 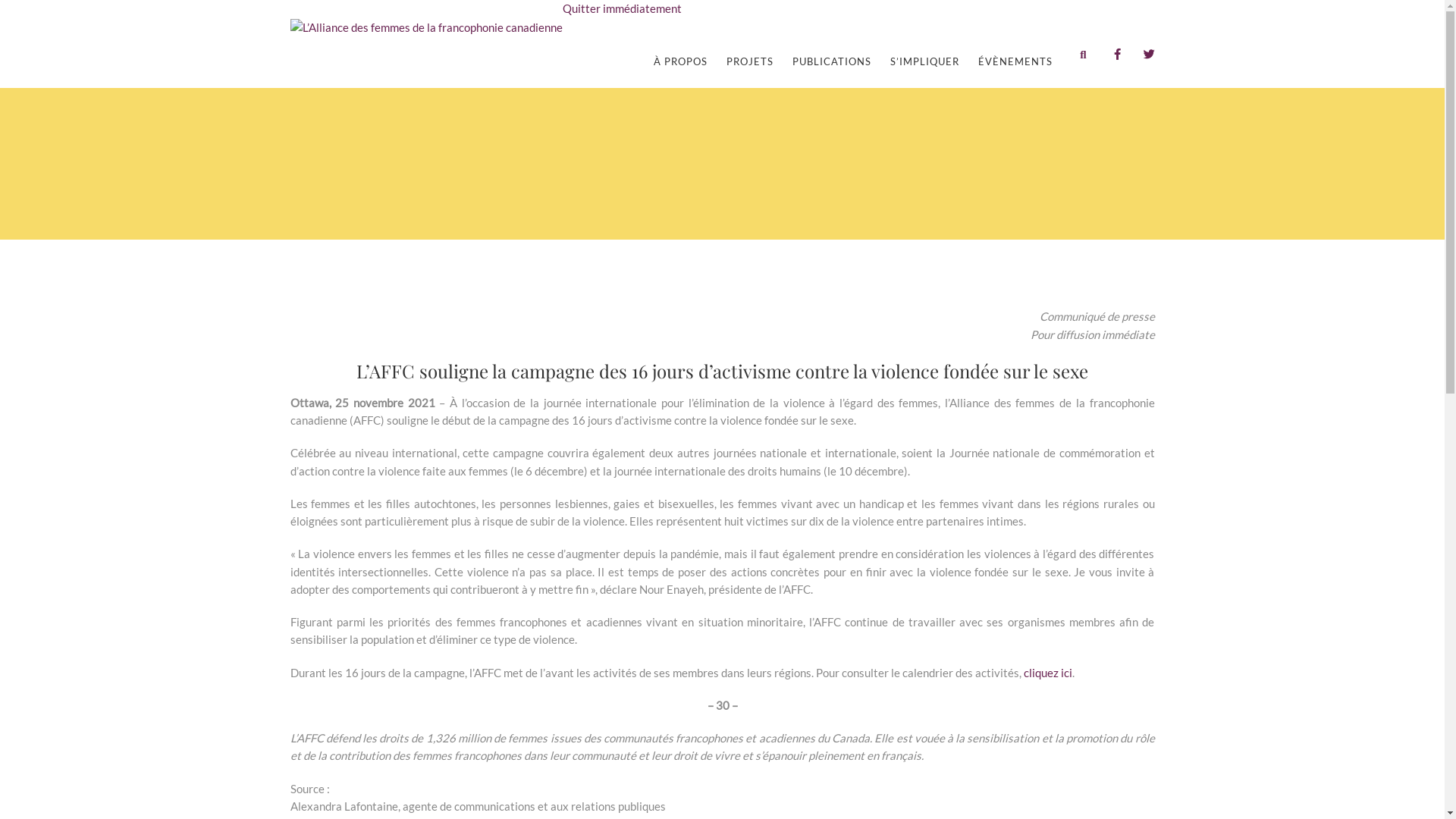 I want to click on 'cliquez ici', so click(x=1047, y=672).